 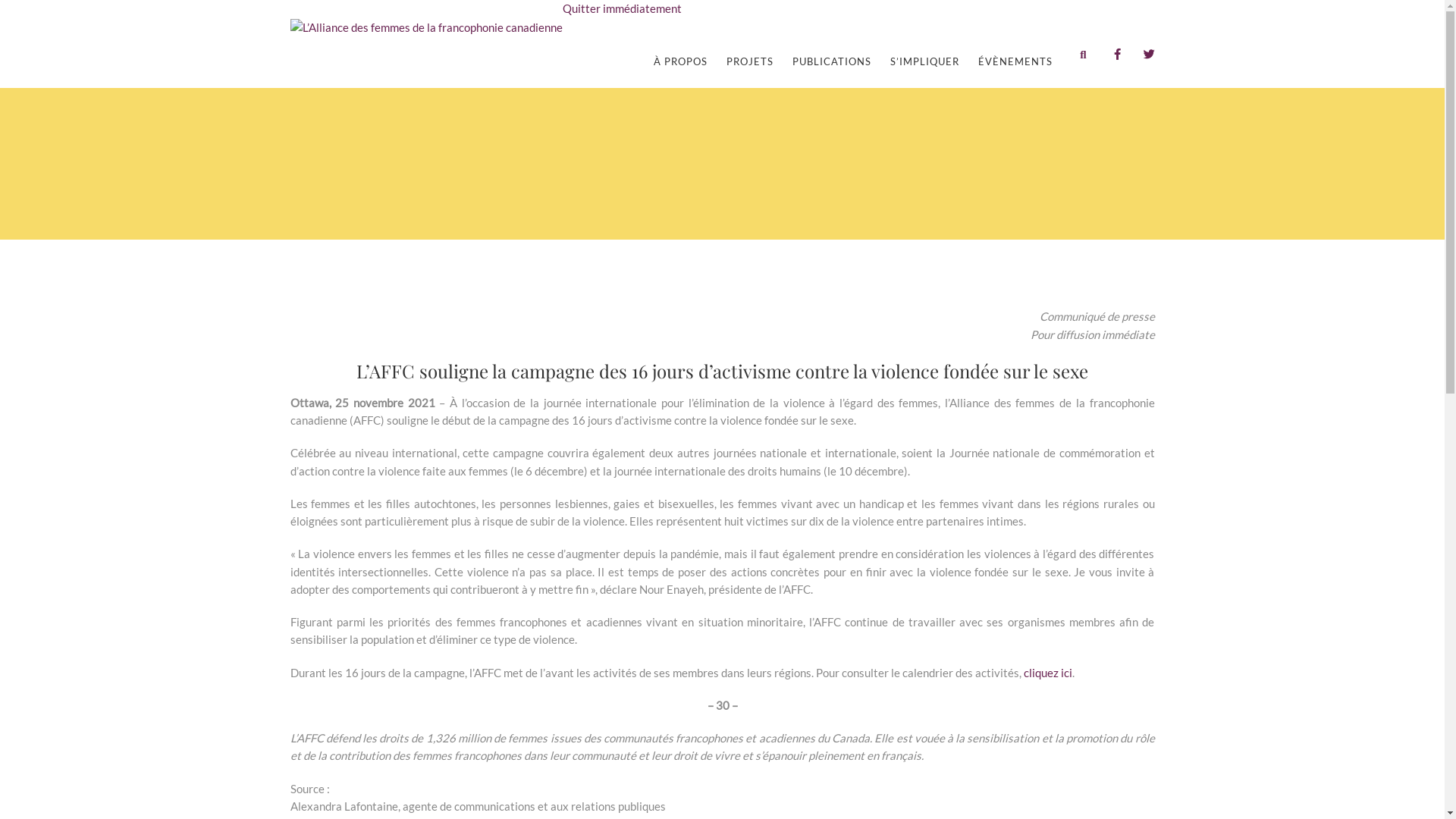 I want to click on 'cliquez ici', so click(x=1047, y=672).